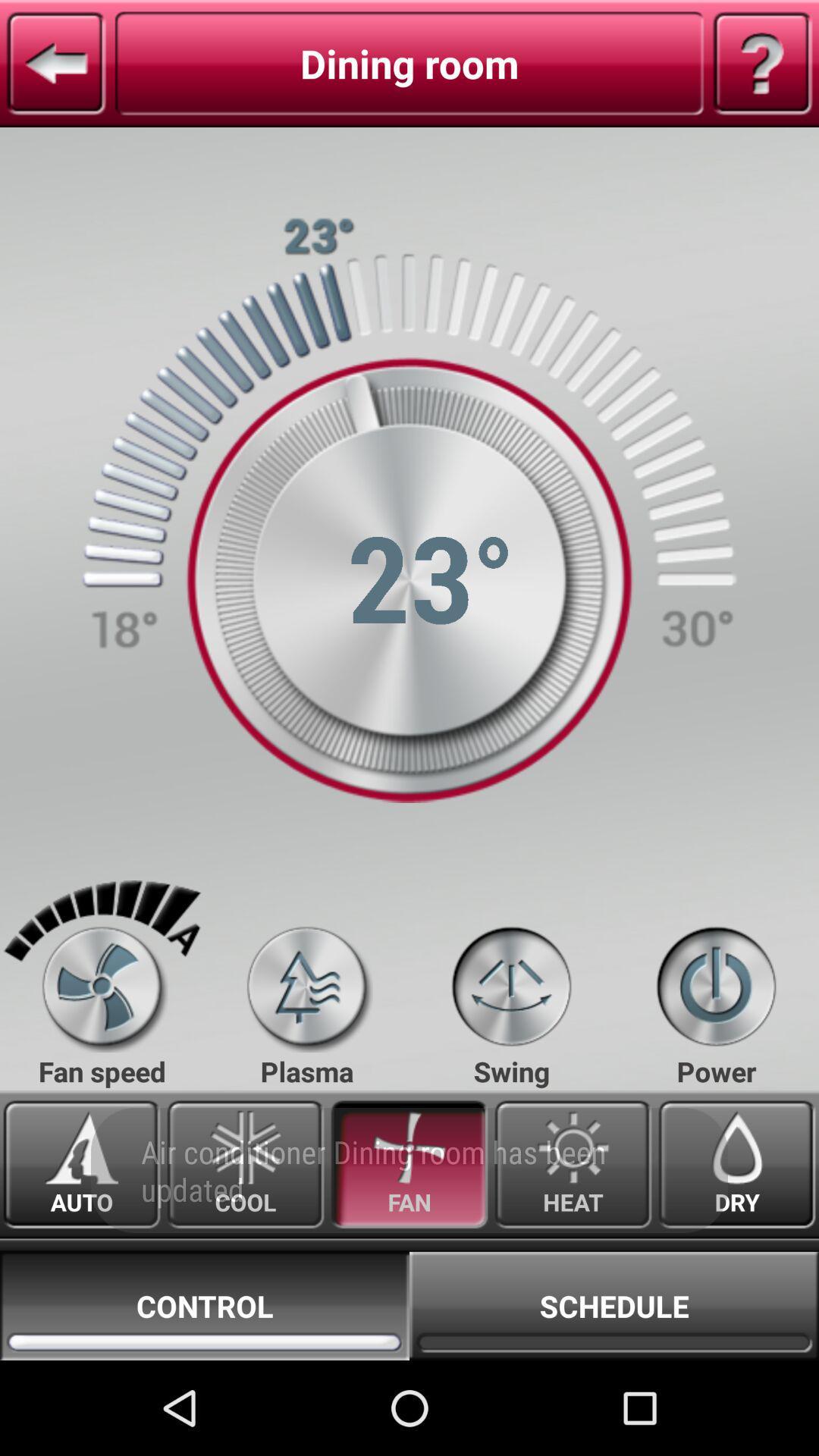 Image resolution: width=819 pixels, height=1456 pixels. I want to click on the location_crosshair icon, so click(511, 1055).